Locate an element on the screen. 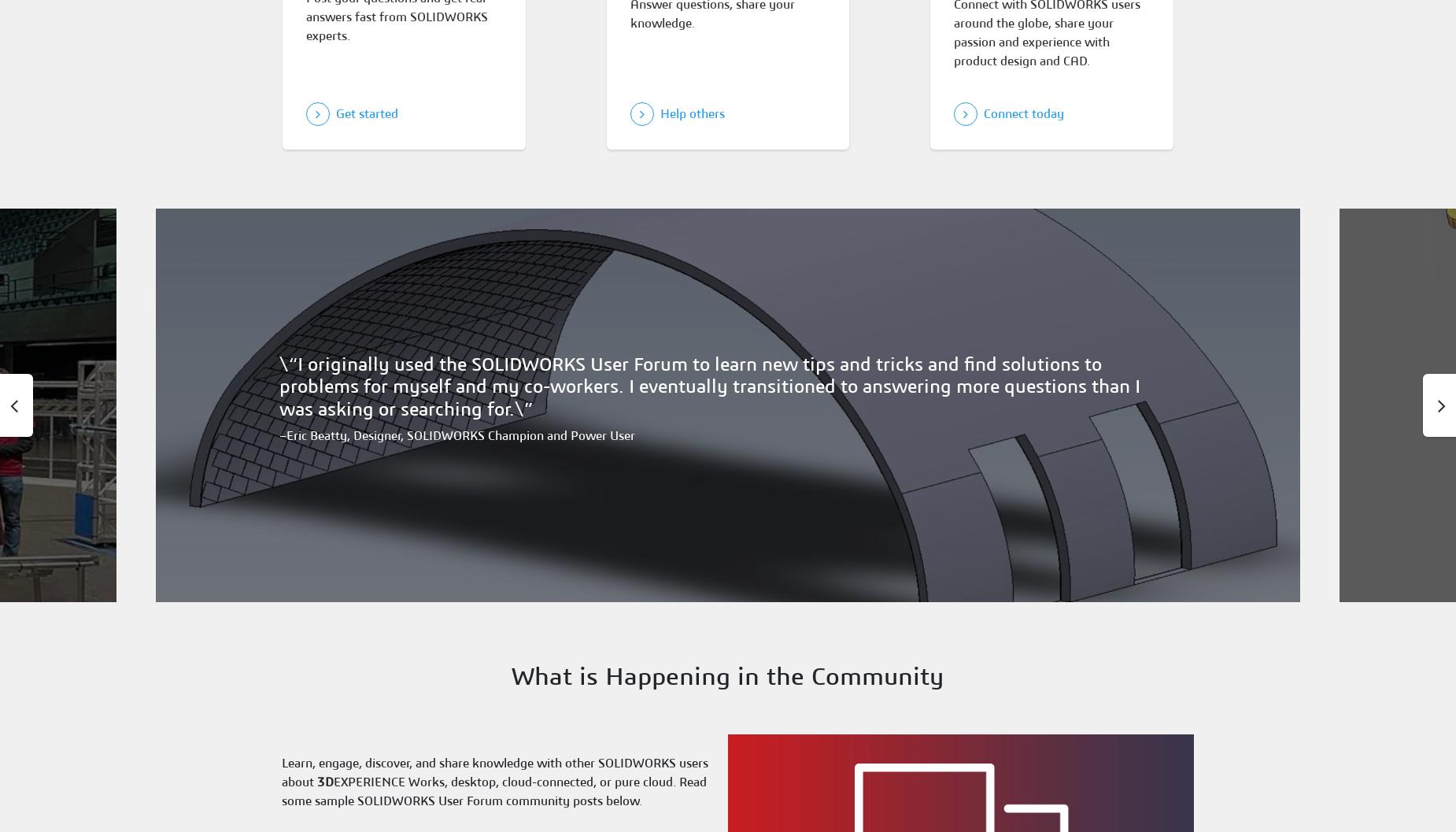 This screenshot has height=832, width=1456. '©2002-2023 Dassault Systemes SolidWorks Corporation' is located at coordinates (607, 722).